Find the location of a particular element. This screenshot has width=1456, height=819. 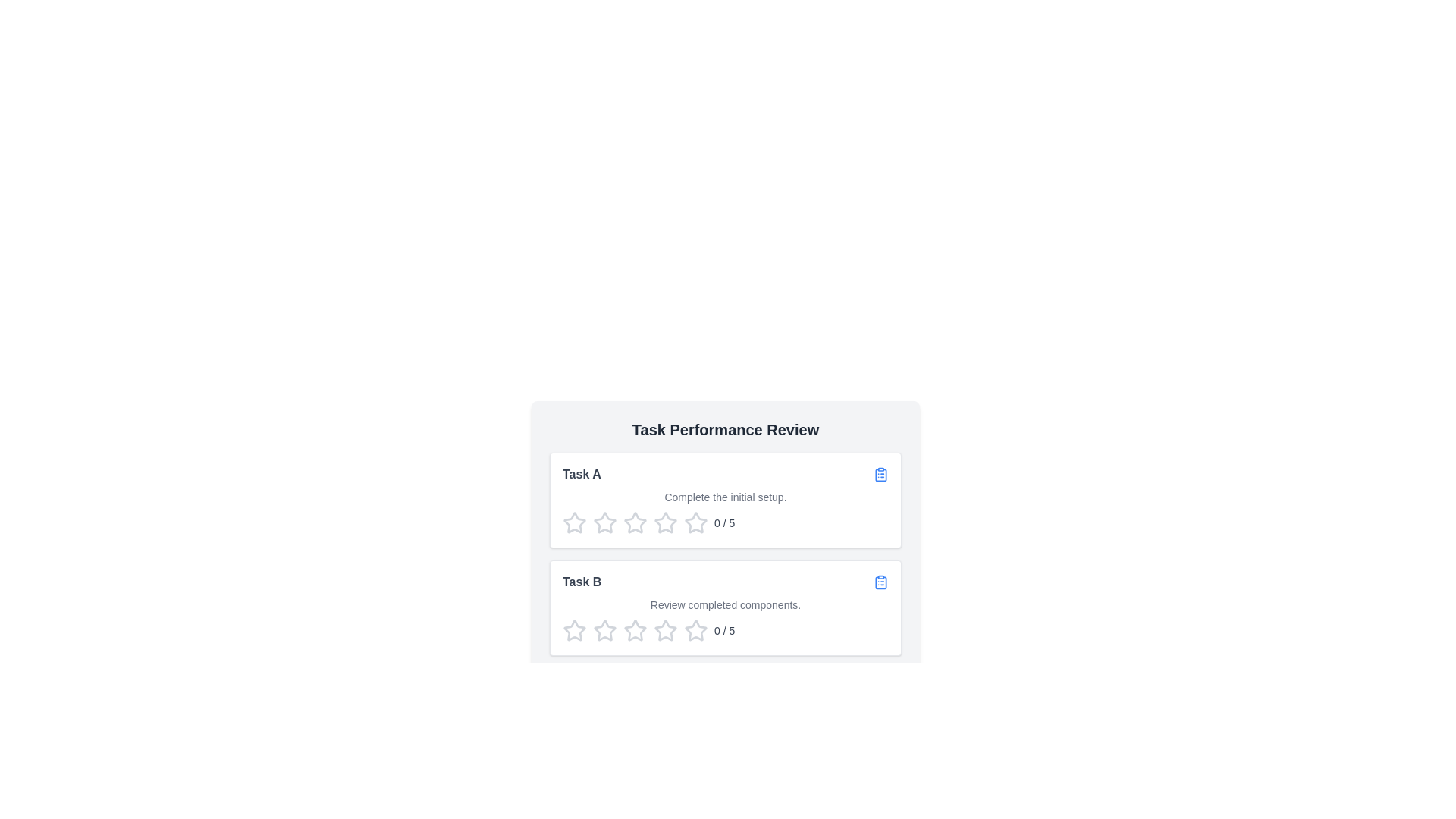

the fifth star-shaped rating icon in the 'Task B' section, which is styled with a light-gray color and has a hover effect that scales it slightly is located at coordinates (695, 631).